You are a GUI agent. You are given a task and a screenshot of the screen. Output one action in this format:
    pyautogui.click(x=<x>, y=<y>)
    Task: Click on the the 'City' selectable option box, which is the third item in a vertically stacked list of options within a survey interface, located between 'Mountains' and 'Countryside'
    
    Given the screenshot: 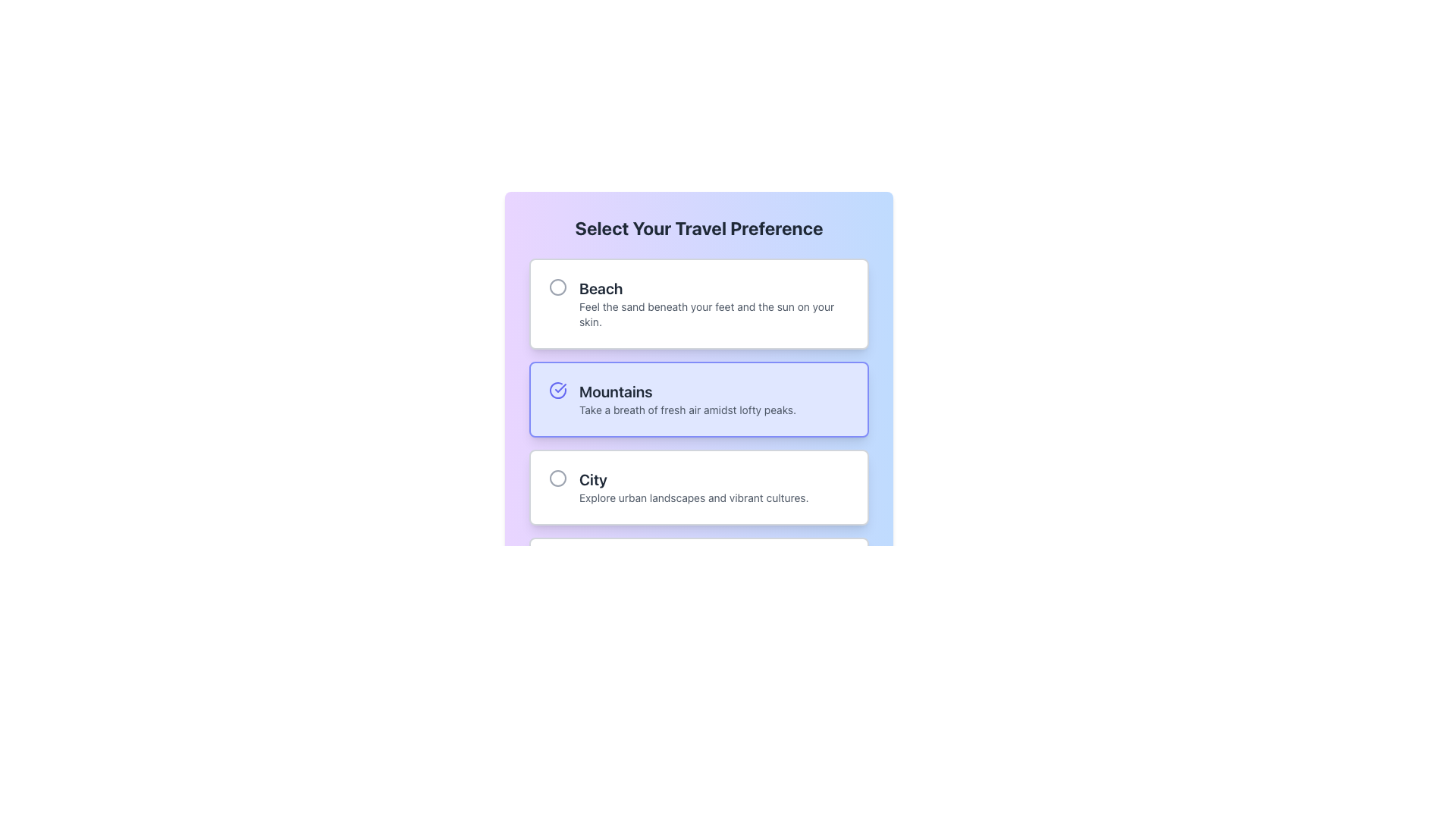 What is the action you would take?
    pyautogui.click(x=698, y=488)
    